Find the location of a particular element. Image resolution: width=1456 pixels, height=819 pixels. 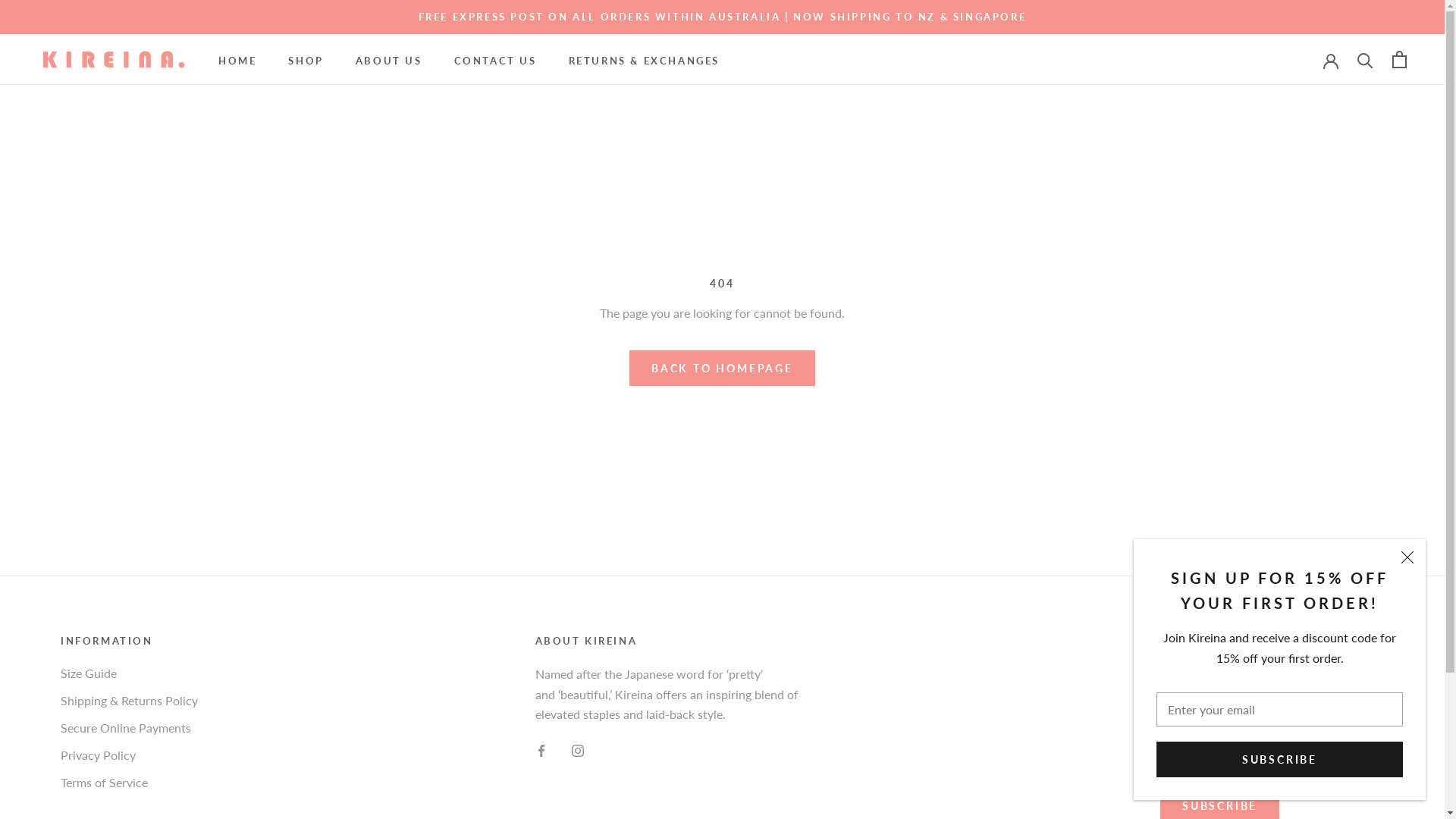

'Shipping & Returns Policy' is located at coordinates (129, 701).